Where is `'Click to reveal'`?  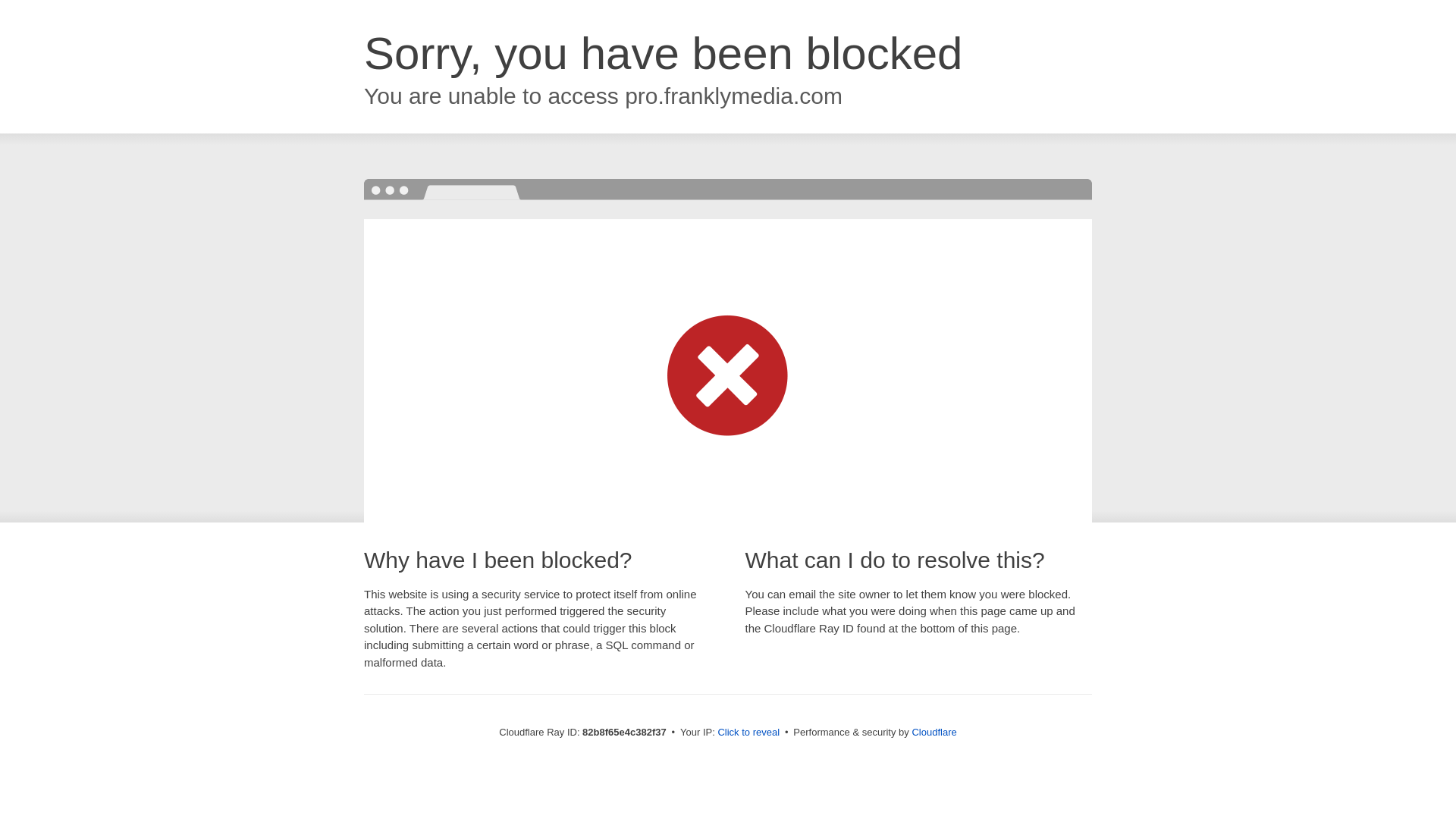 'Click to reveal' is located at coordinates (748, 731).